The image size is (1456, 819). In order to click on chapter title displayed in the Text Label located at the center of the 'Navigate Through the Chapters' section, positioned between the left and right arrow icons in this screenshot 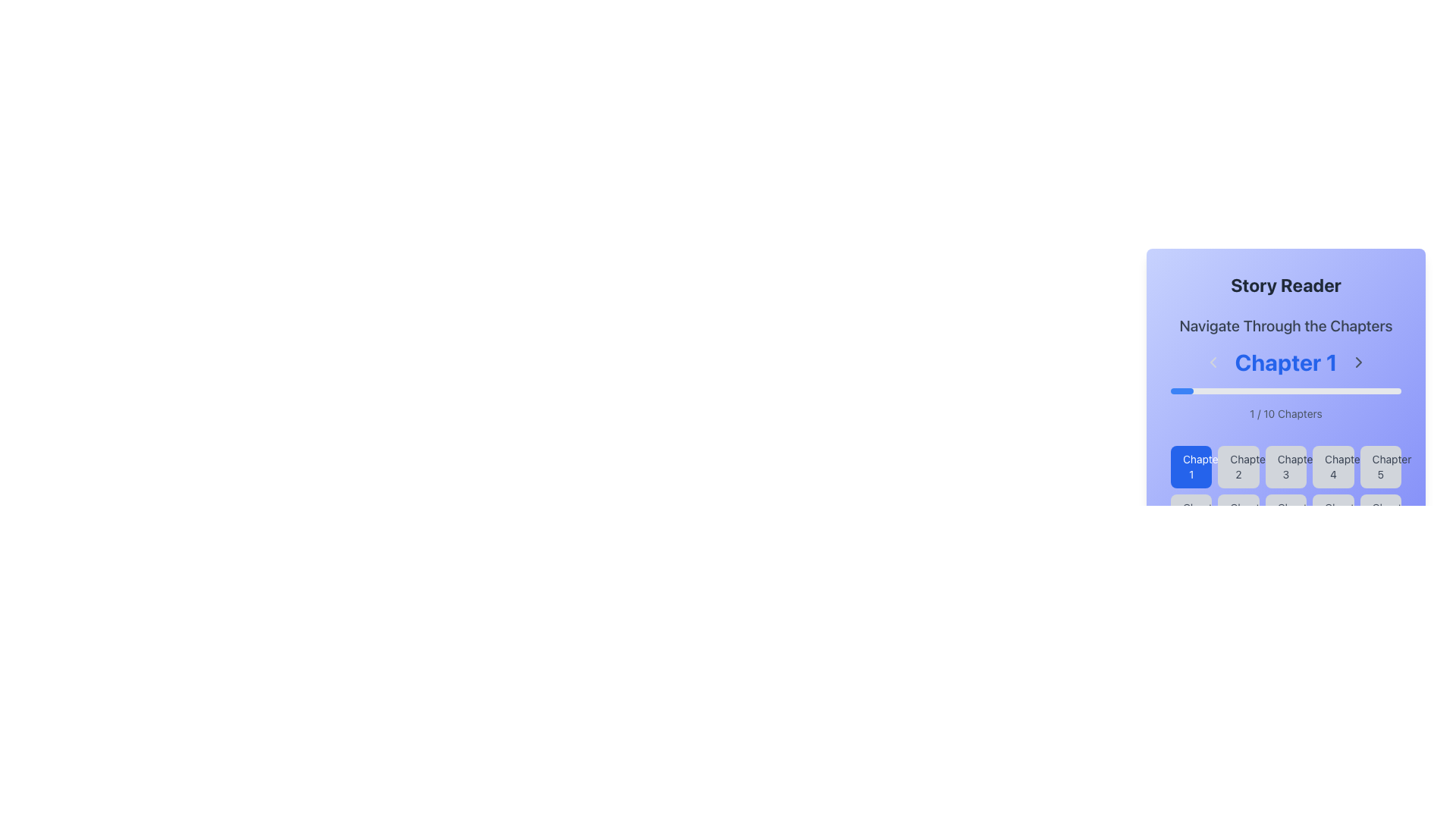, I will do `click(1285, 362)`.